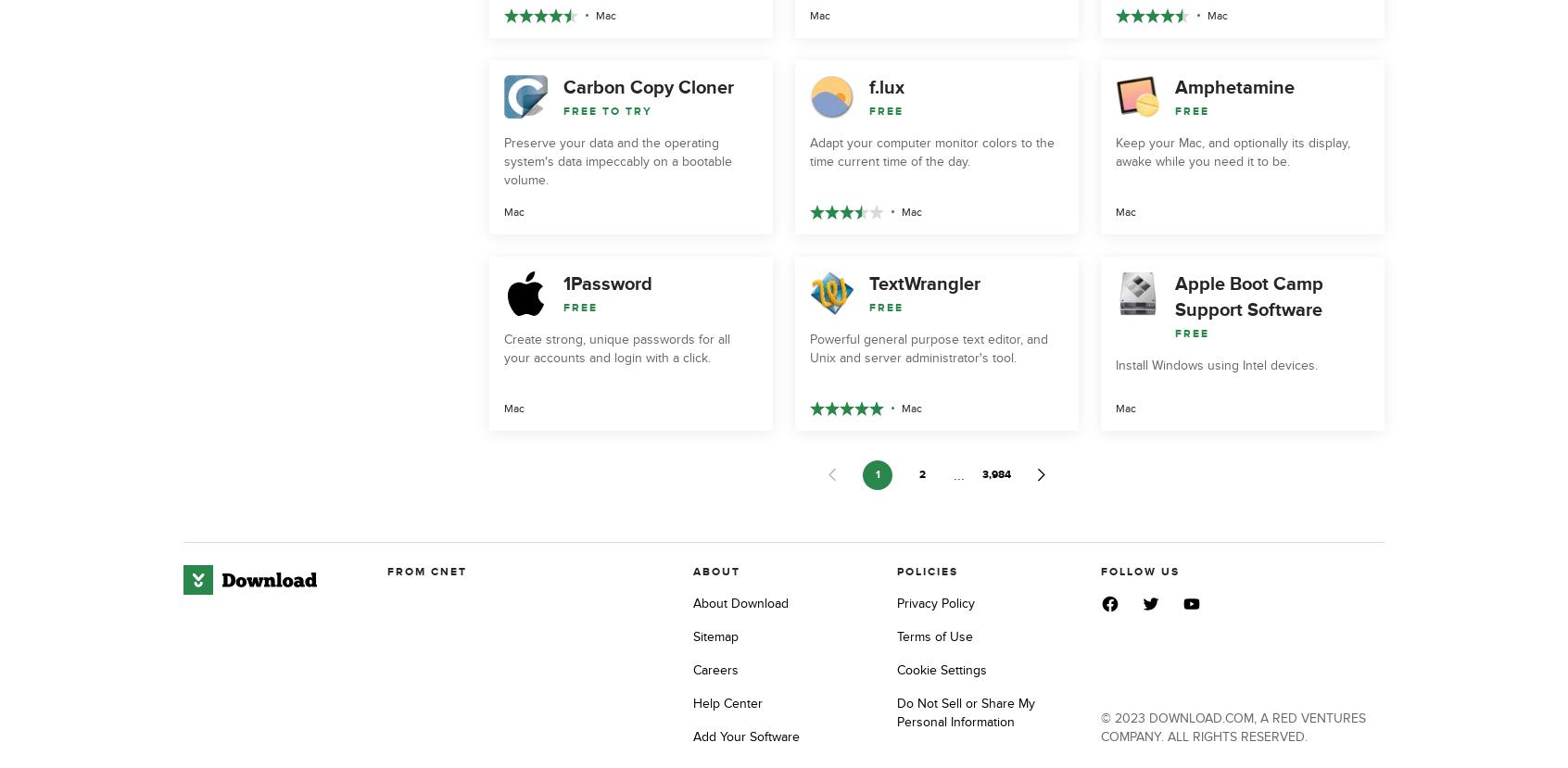 This screenshot has width=1568, height=768. What do you see at coordinates (1233, 87) in the screenshot?
I see `'Amphetamine'` at bounding box center [1233, 87].